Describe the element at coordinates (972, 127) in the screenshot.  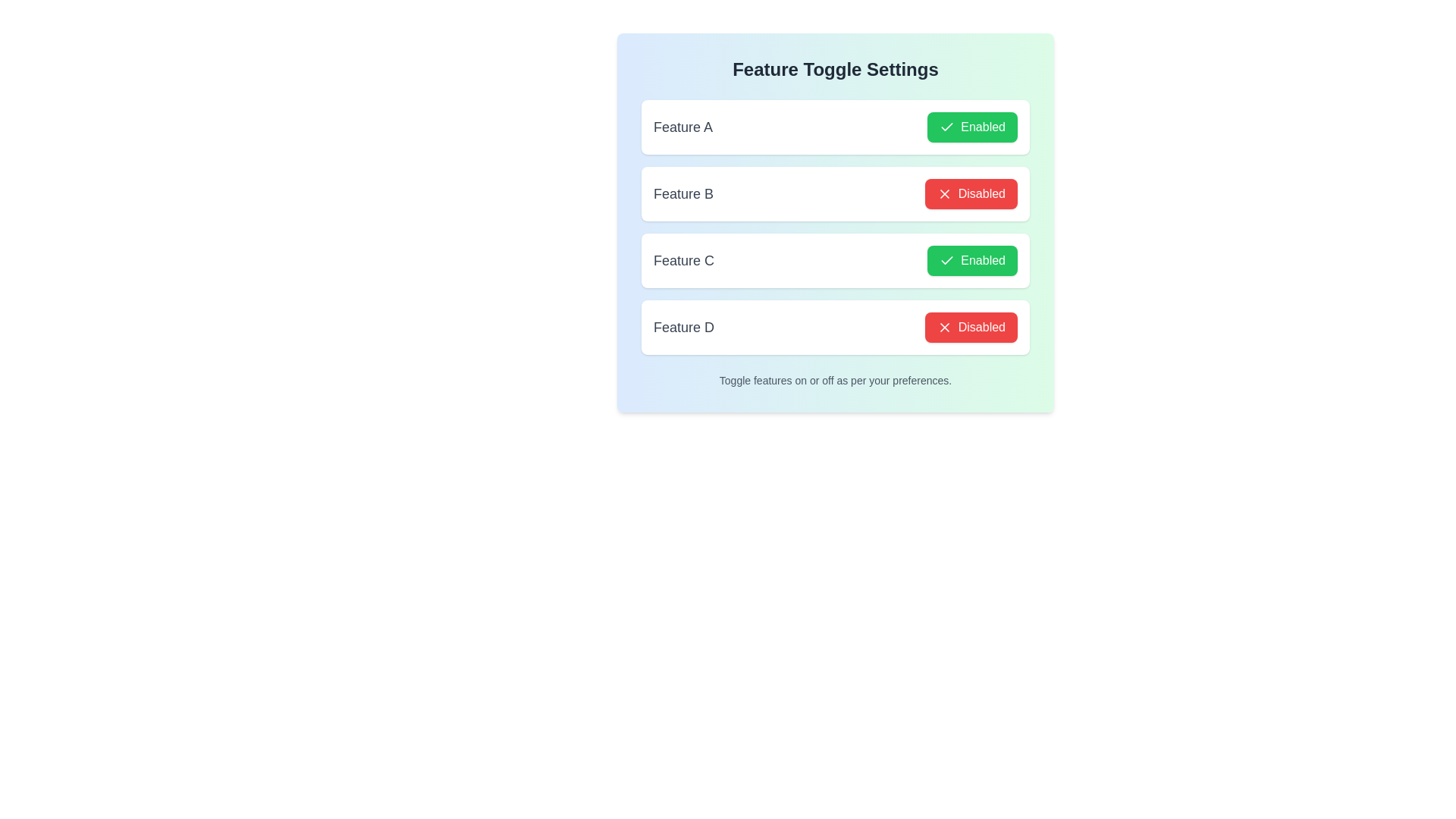
I see `the green button labeled 'Enabled' with a checkmark icon` at that location.